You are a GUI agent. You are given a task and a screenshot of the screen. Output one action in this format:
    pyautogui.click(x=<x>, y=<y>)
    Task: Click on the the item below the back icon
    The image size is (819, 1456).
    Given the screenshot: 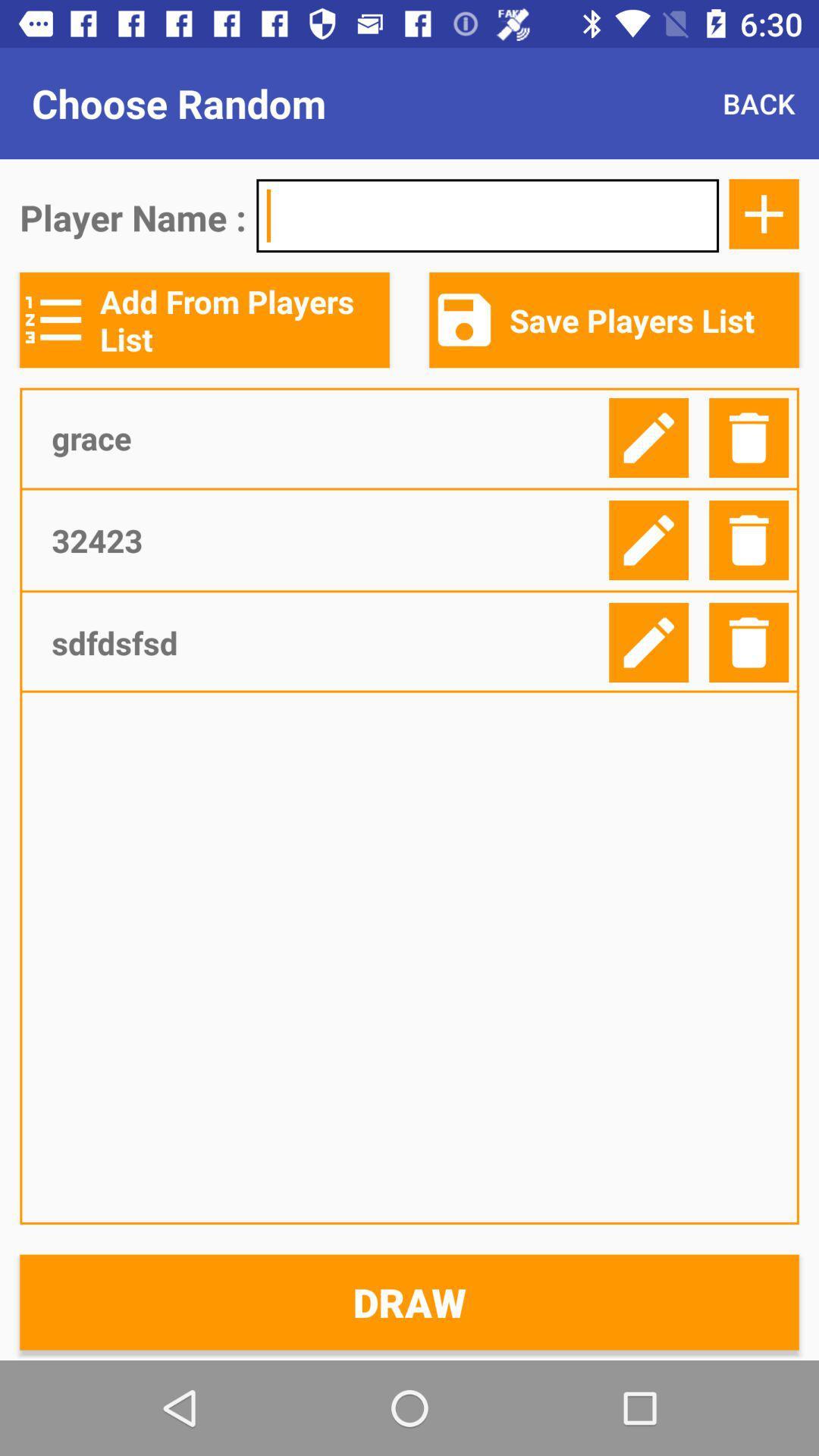 What is the action you would take?
    pyautogui.click(x=764, y=213)
    